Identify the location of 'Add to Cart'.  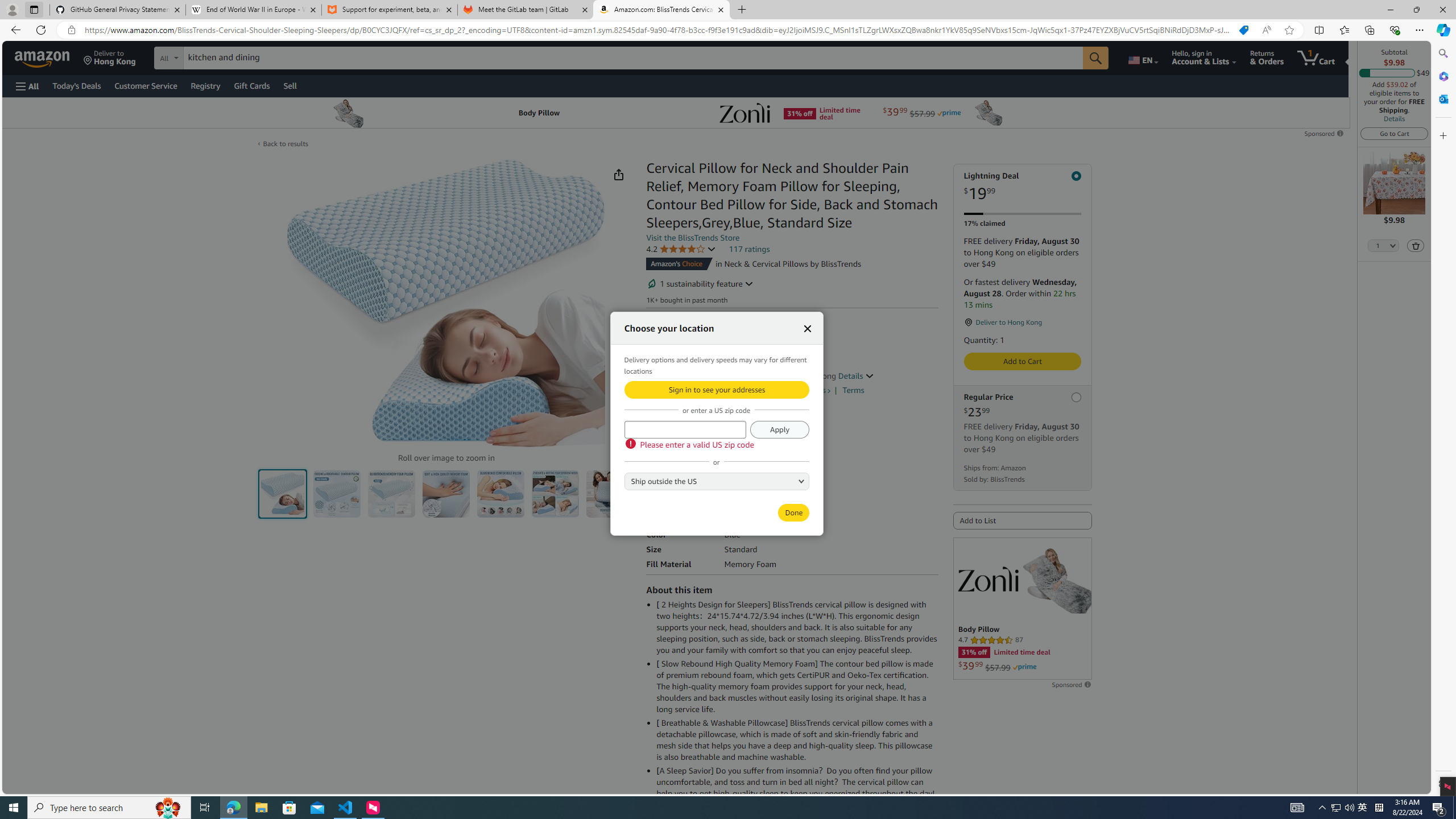
(1022, 361).